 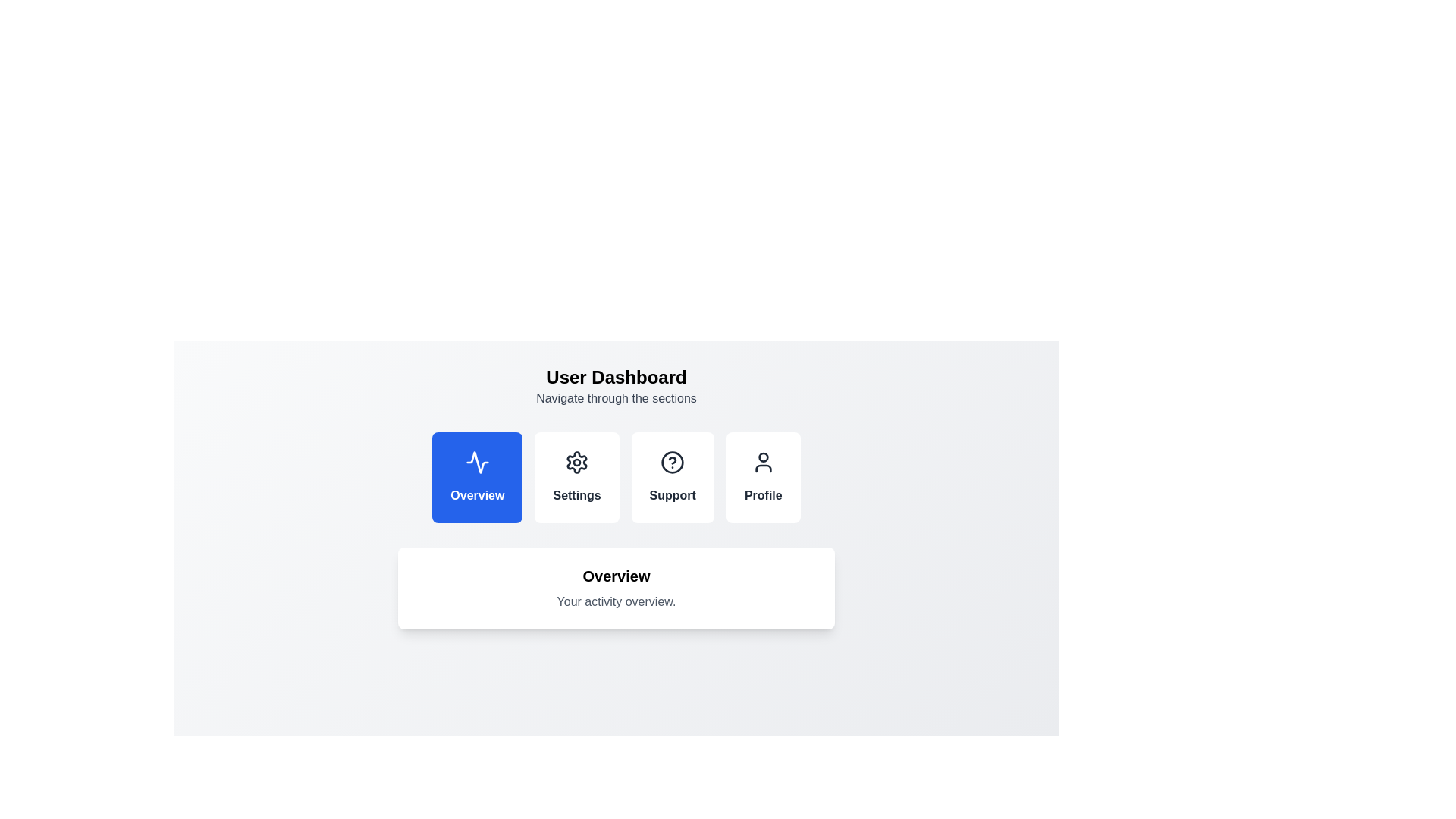 What do you see at coordinates (763, 457) in the screenshot?
I see `the circular user profile icon located on the right side of the main navigation options` at bounding box center [763, 457].